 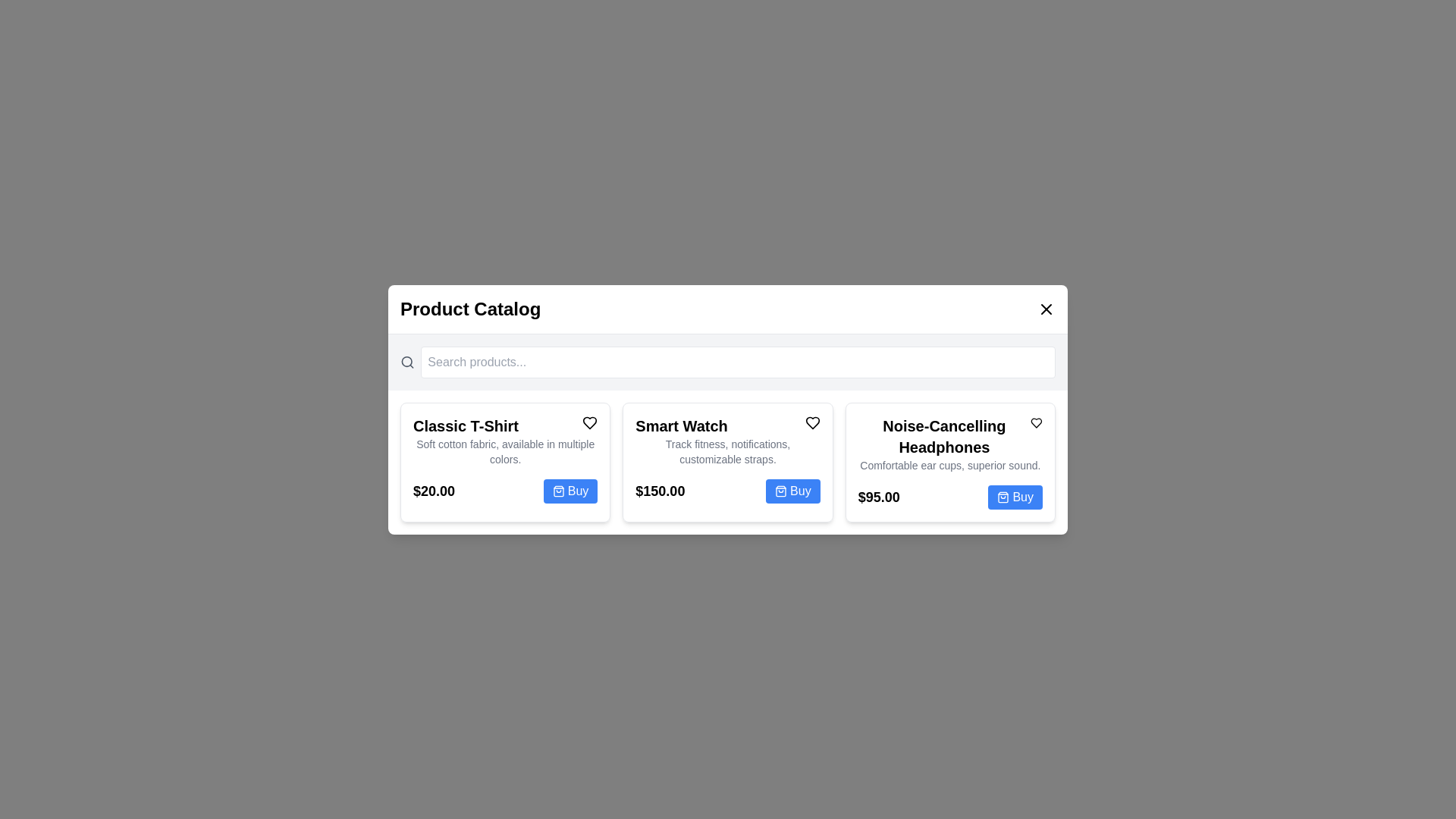 What do you see at coordinates (1046, 308) in the screenshot?
I see `the close button to close the modal` at bounding box center [1046, 308].